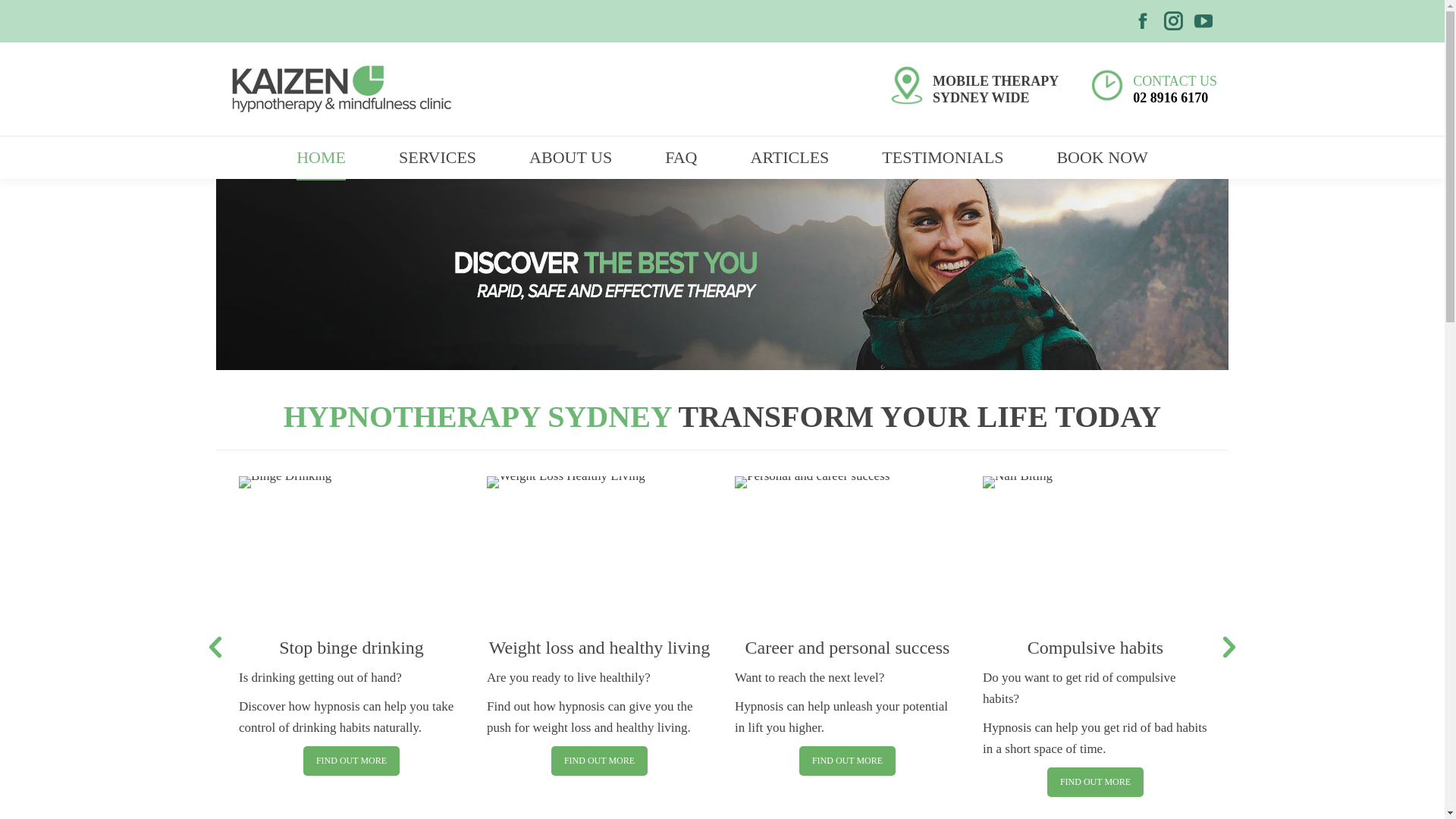  Describe the element at coordinates (1174, 80) in the screenshot. I see `'CONTACT US'` at that location.